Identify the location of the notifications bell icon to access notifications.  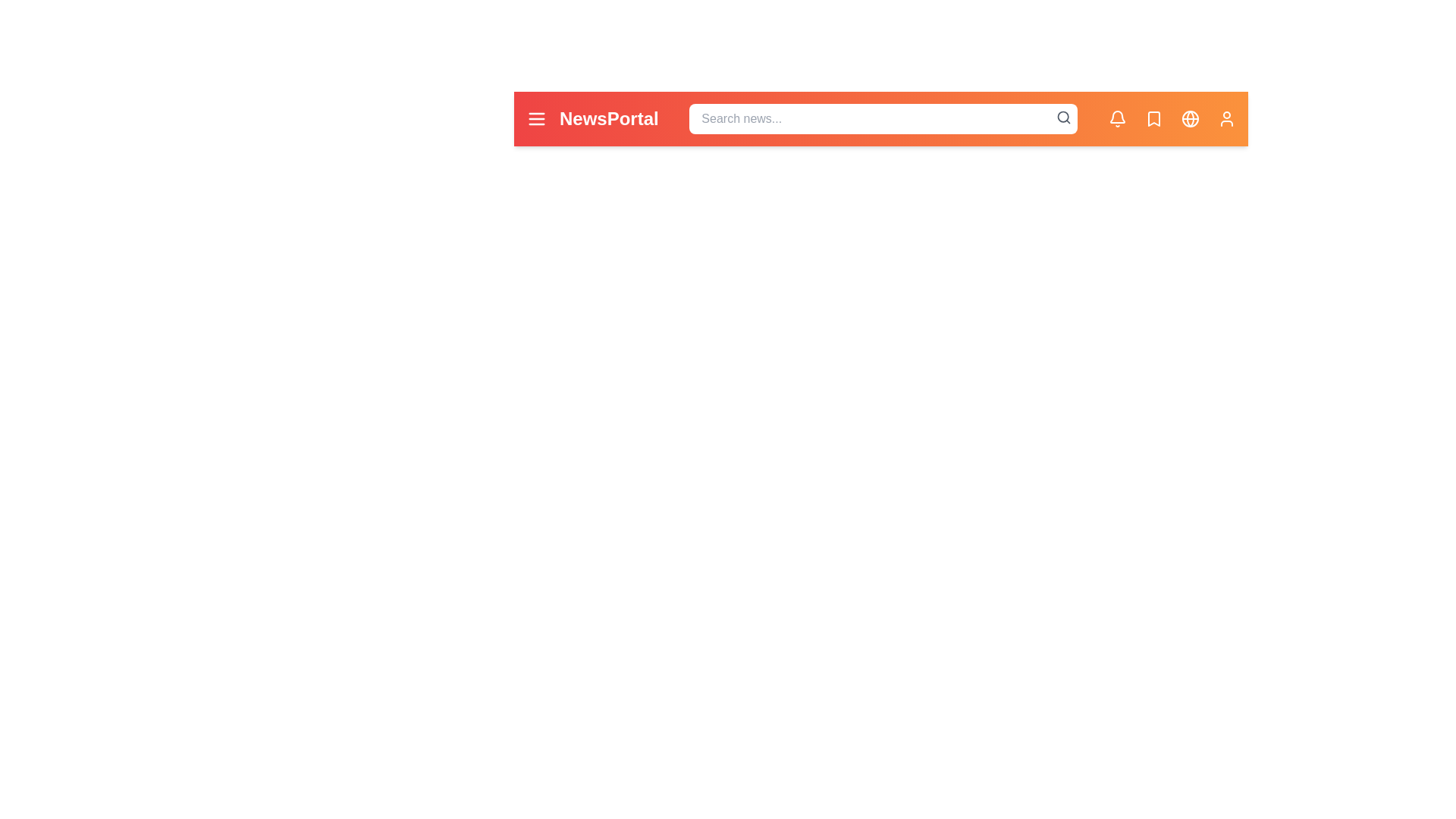
(1117, 118).